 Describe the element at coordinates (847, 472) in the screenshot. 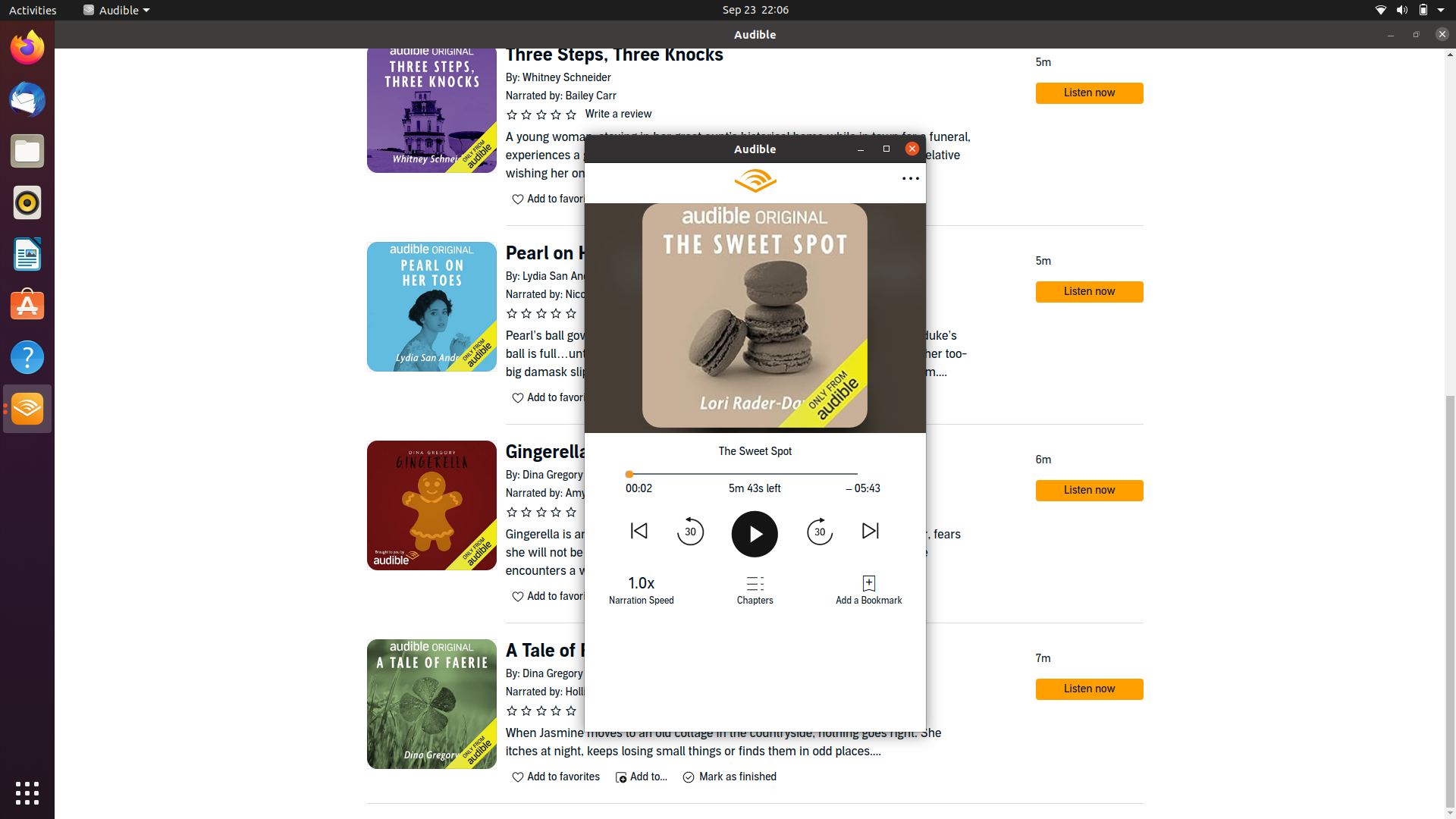

I see `the book"s conclusion` at that location.